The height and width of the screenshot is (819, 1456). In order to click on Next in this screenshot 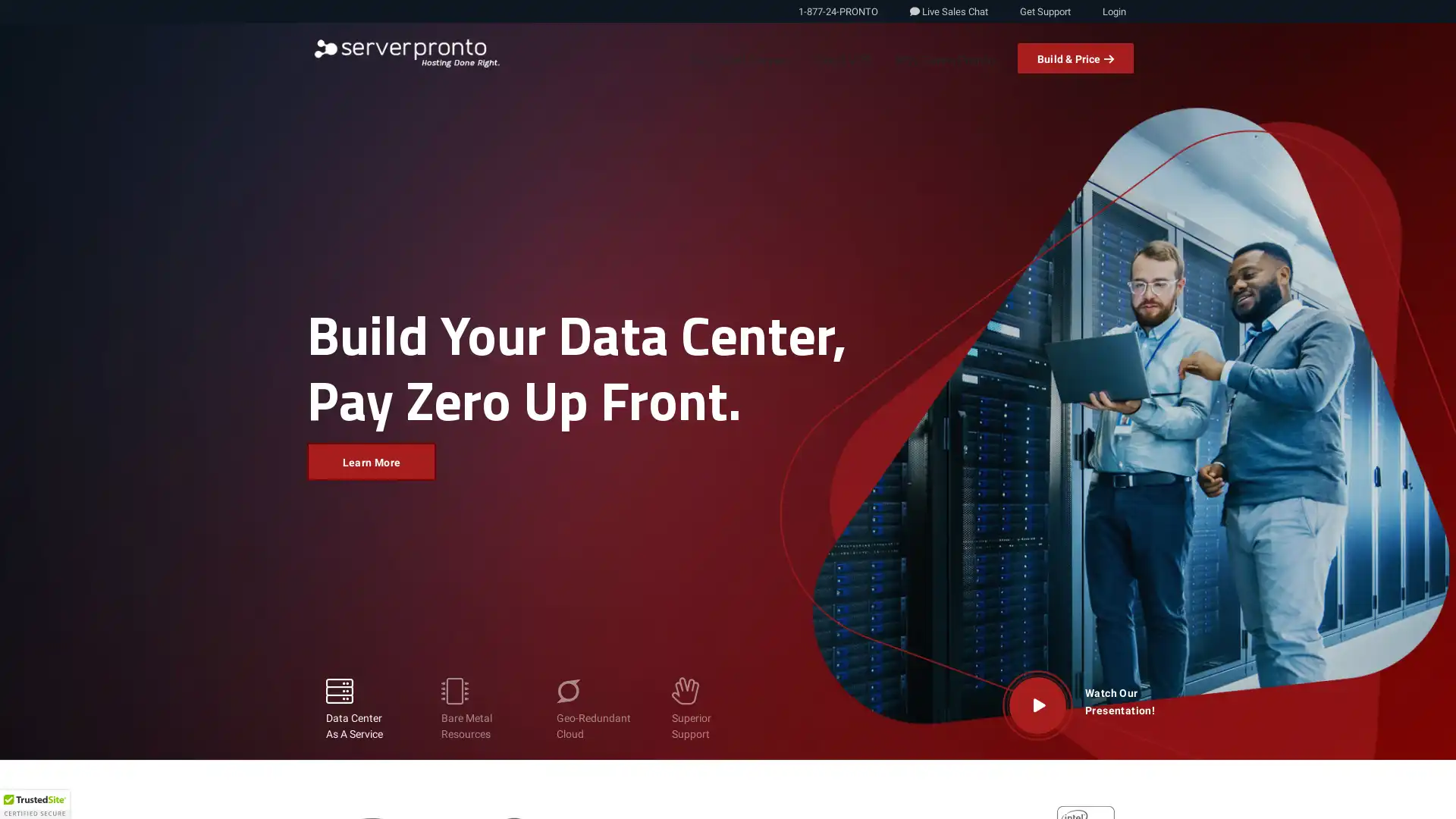, I will do `click(1407, 406)`.